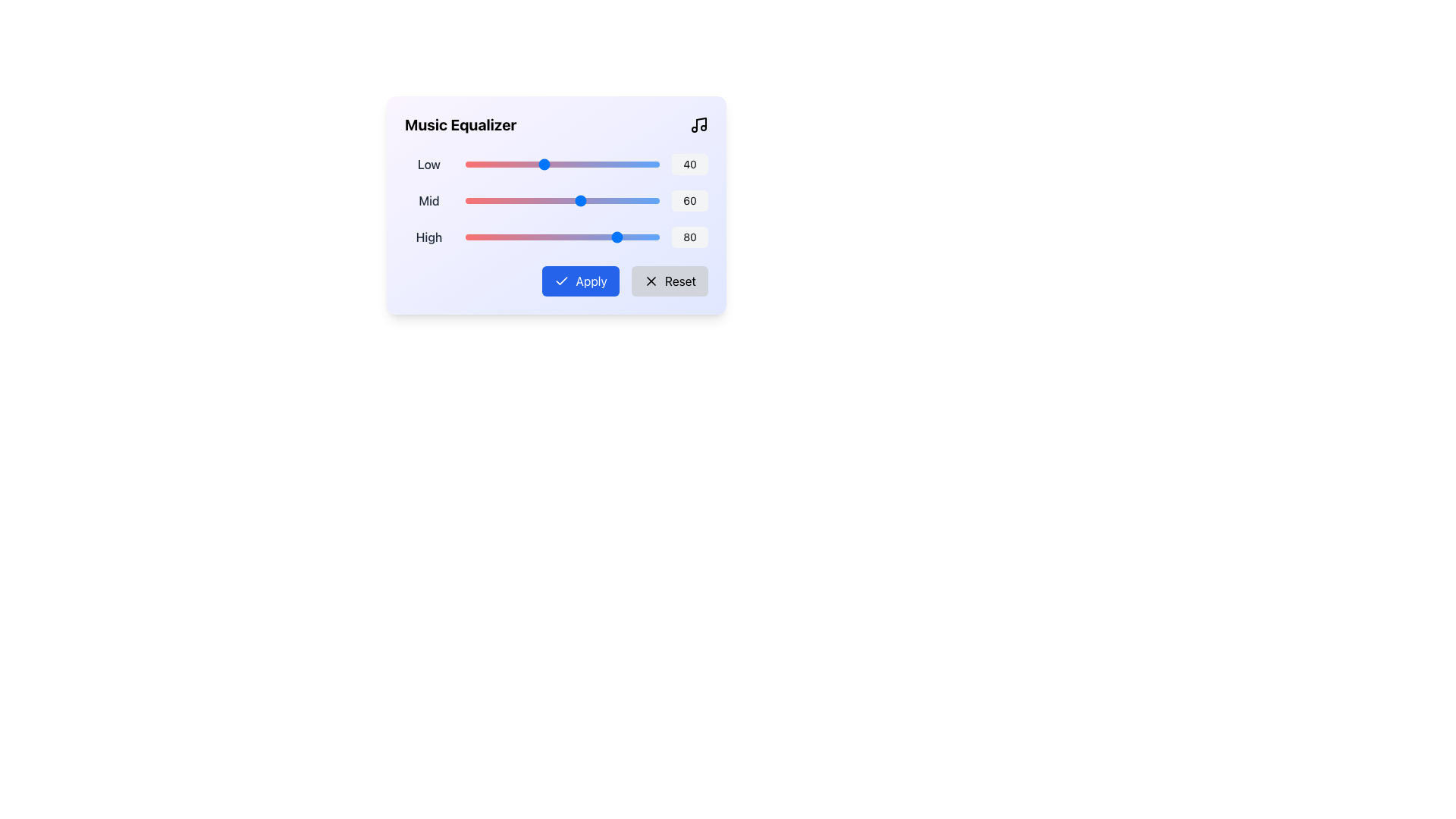  What do you see at coordinates (587, 200) in the screenshot?
I see `the 'Mid' equalizer slider` at bounding box center [587, 200].